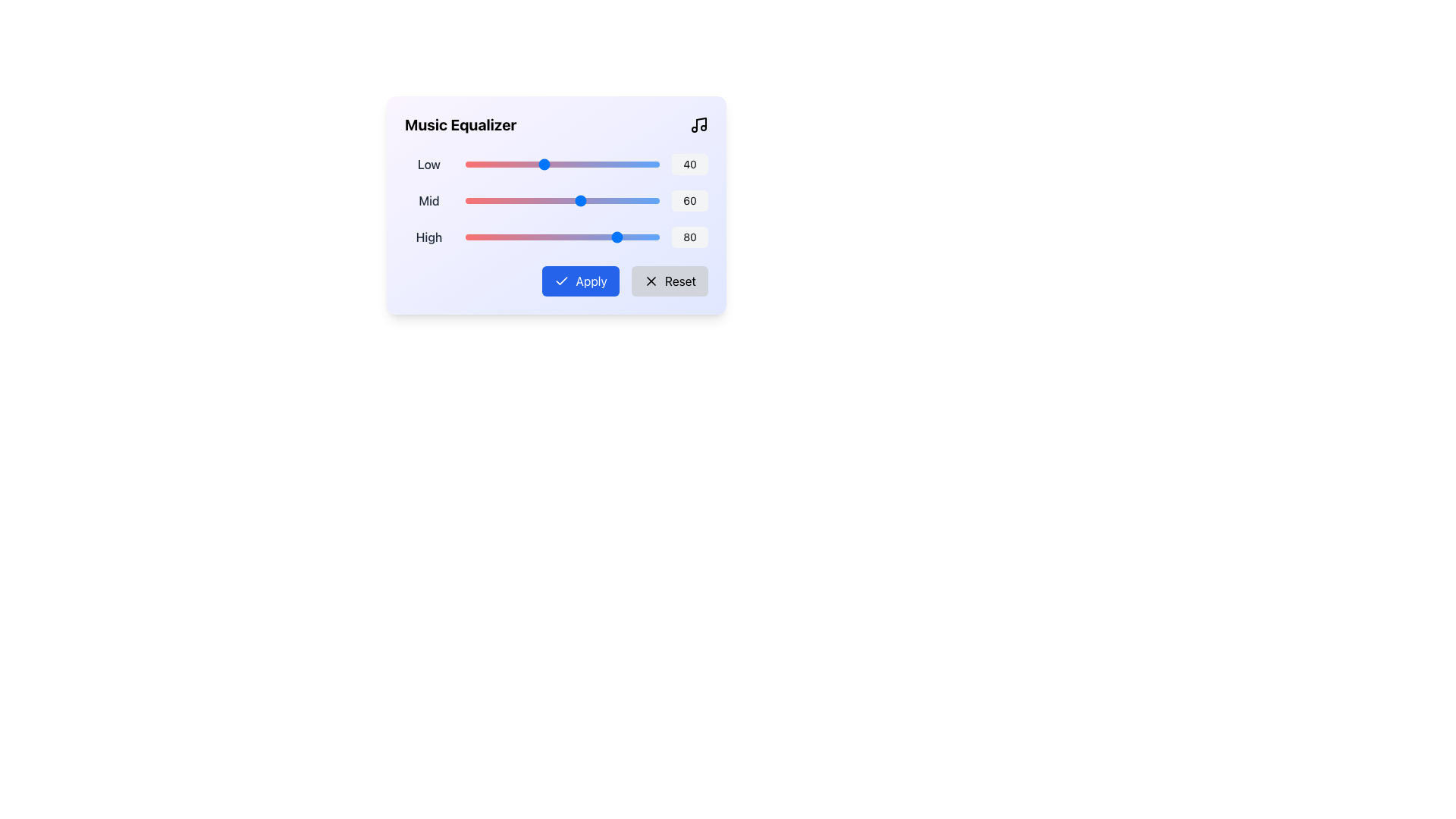  What do you see at coordinates (587, 200) in the screenshot?
I see `the 'Mid' equalizer slider` at bounding box center [587, 200].